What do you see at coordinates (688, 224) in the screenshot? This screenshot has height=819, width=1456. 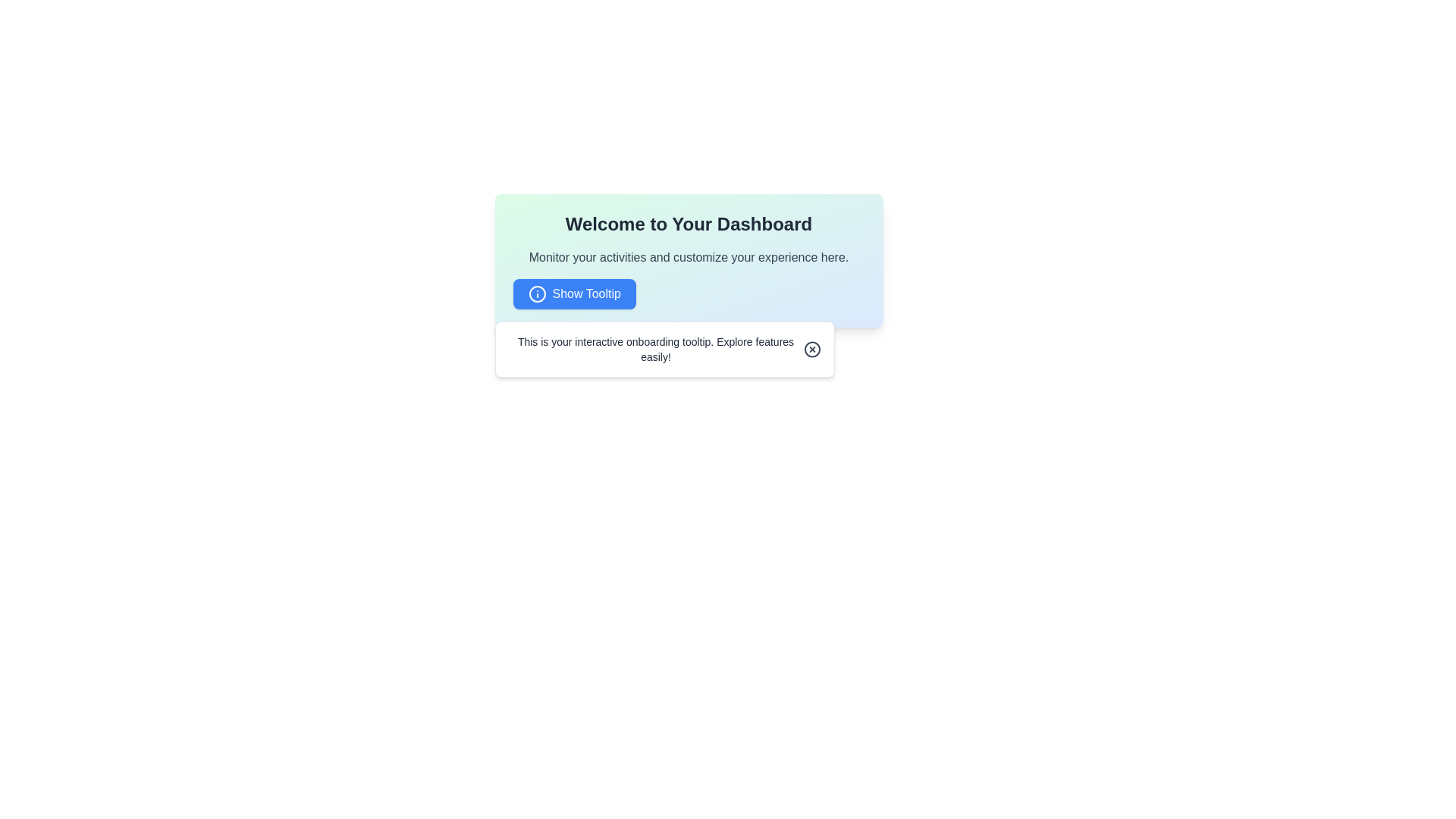 I see `the bold and large-sized text displaying 'Welcome to Your Dashboard,' which is prominently positioned at the top of a card layout with a gradient background` at bounding box center [688, 224].